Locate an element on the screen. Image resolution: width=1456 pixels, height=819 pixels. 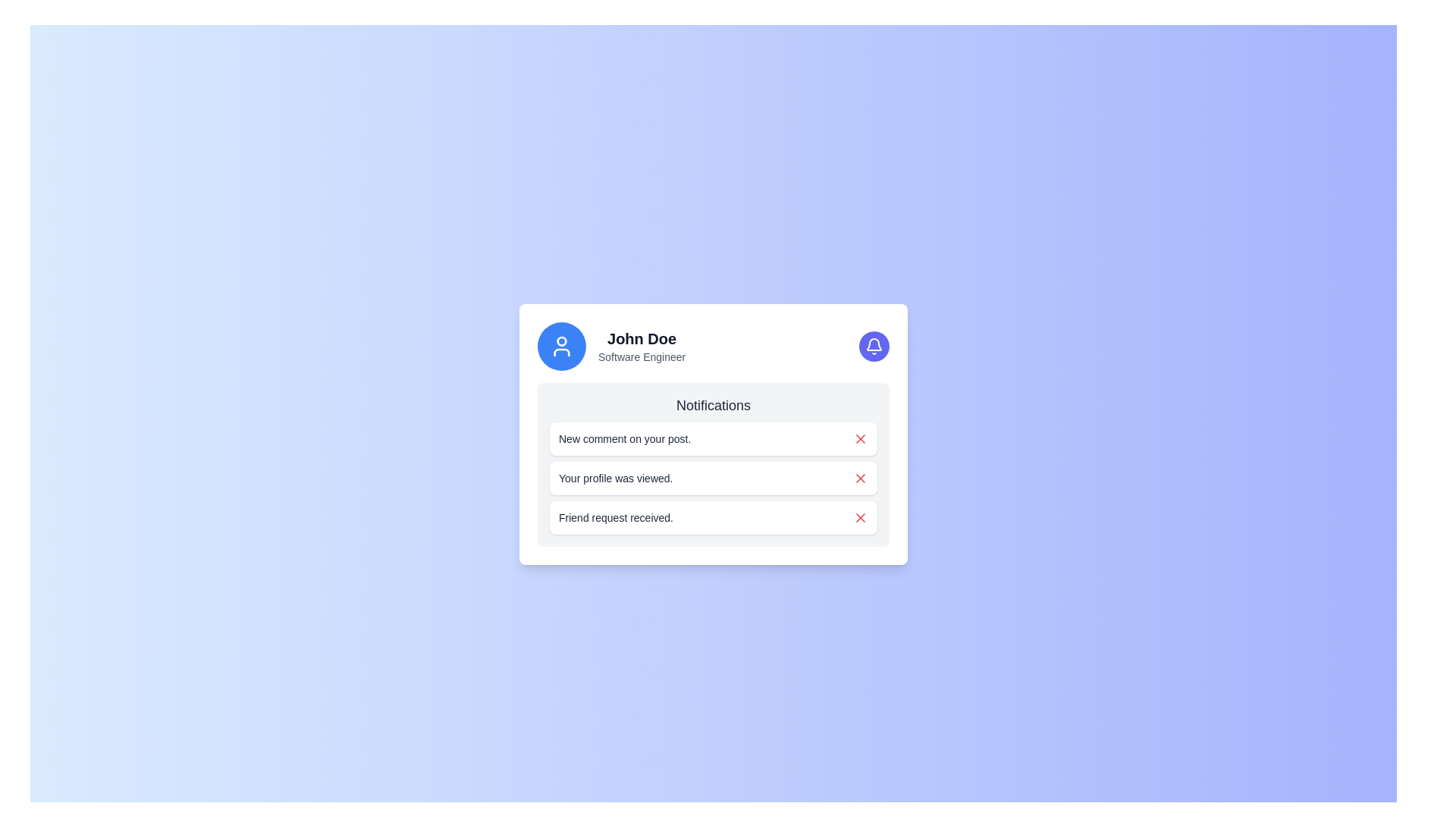
the red close button ('X') located to the right of the notification text 'Friend request received' to trigger the color change is located at coordinates (860, 516).